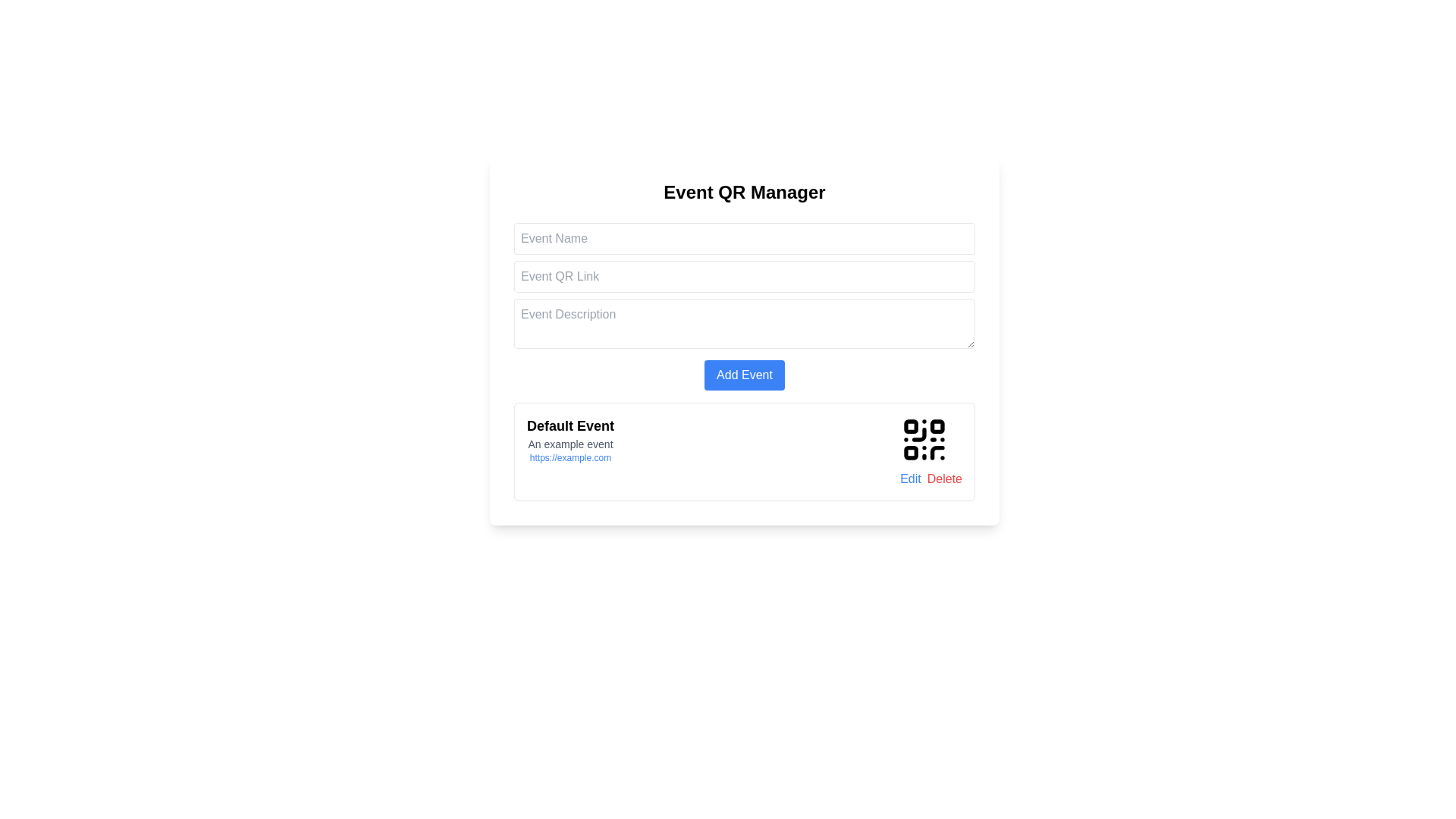  I want to click on the hyperlink text that leads to 'https://example.com', so click(570, 457).